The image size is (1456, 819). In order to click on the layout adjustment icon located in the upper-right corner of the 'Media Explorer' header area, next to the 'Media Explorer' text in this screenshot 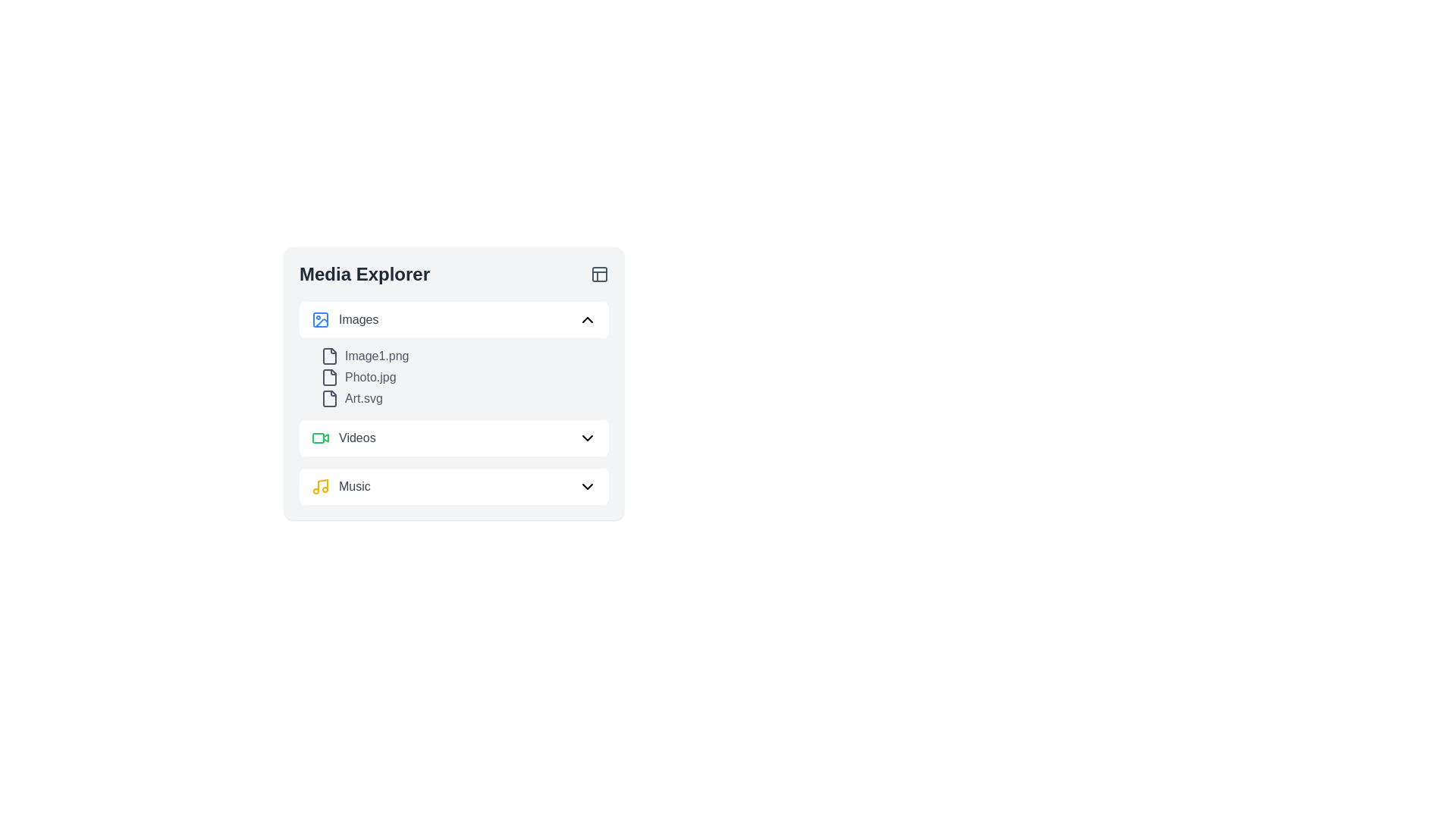, I will do `click(599, 275)`.